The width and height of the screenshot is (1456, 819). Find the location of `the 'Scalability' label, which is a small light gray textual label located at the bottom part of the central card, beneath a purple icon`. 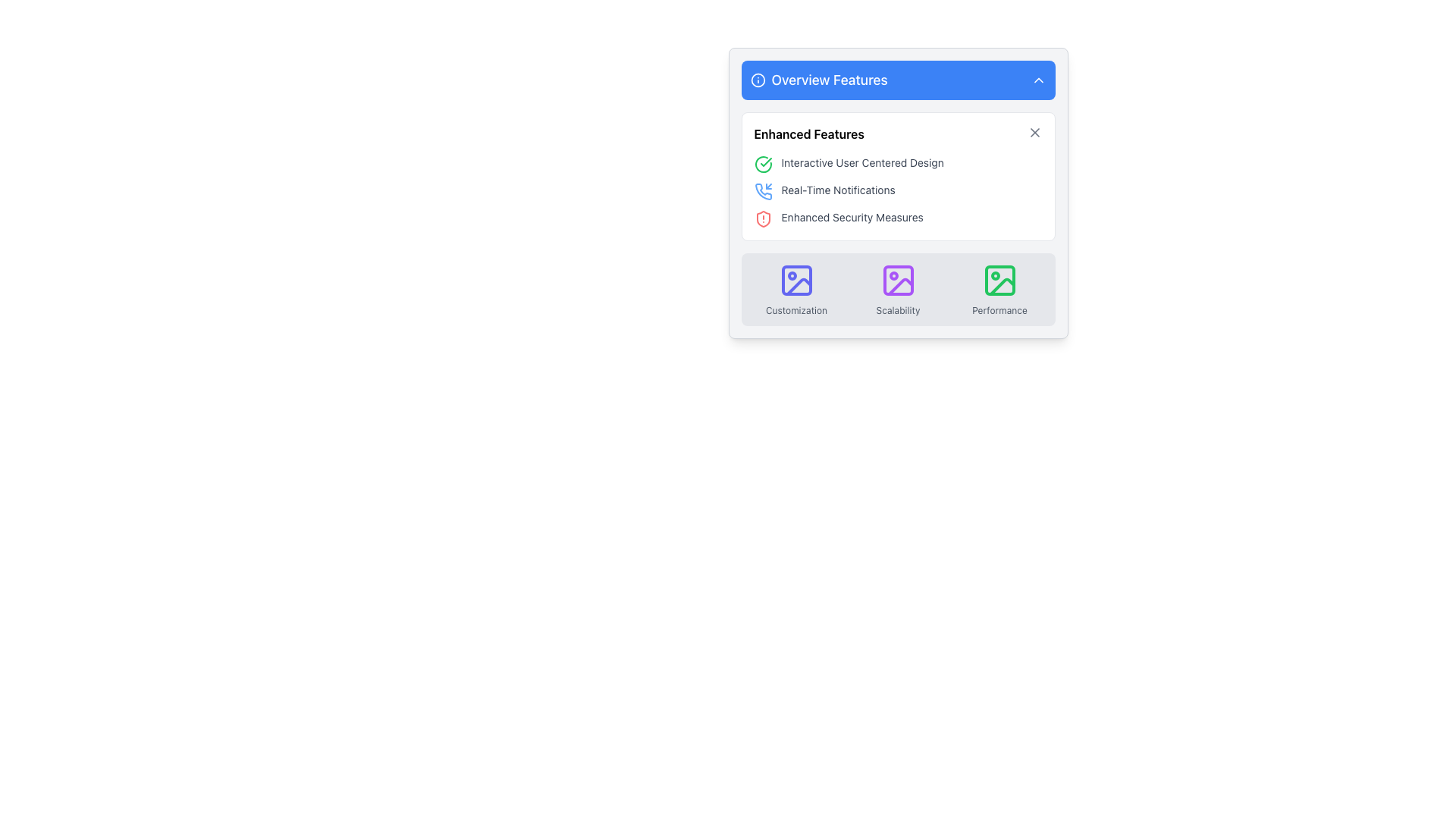

the 'Scalability' label, which is a small light gray textual label located at the bottom part of the central card, beneath a purple icon is located at coordinates (898, 309).